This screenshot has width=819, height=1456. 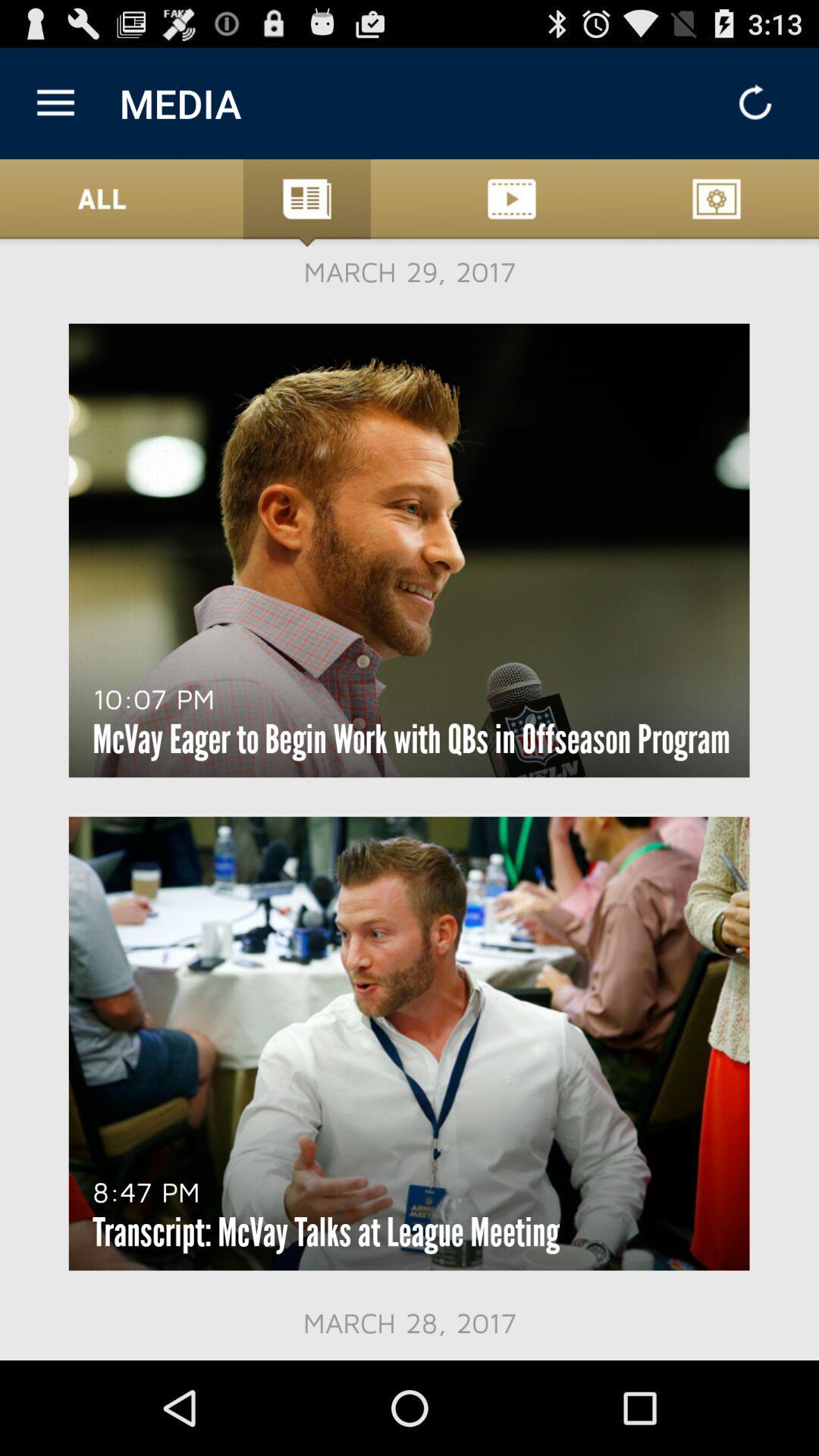 I want to click on the app to the left of media item, so click(x=55, y=102).